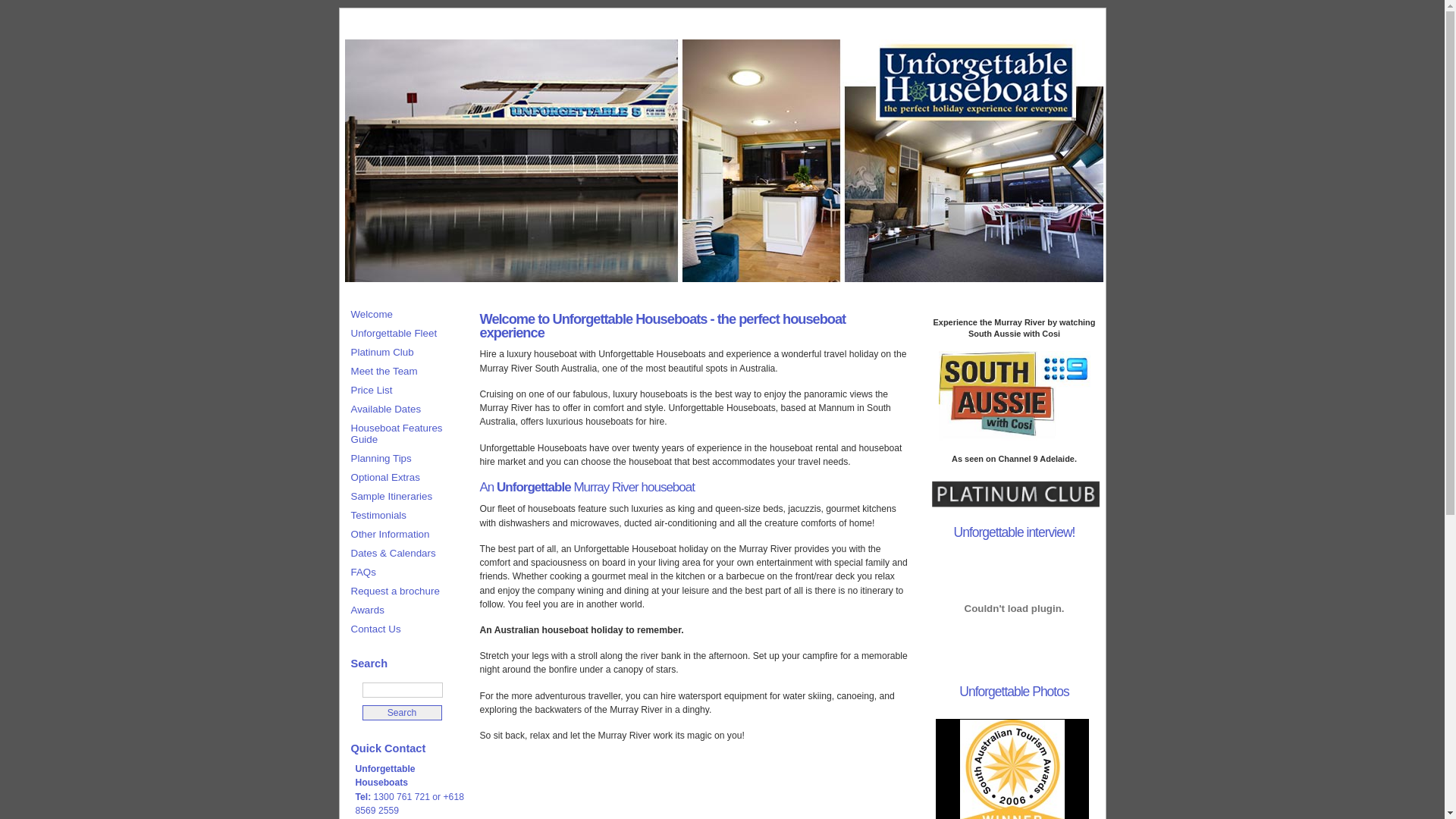 This screenshot has height=819, width=1456. What do you see at coordinates (405, 496) in the screenshot?
I see `'Sample Itineraries'` at bounding box center [405, 496].